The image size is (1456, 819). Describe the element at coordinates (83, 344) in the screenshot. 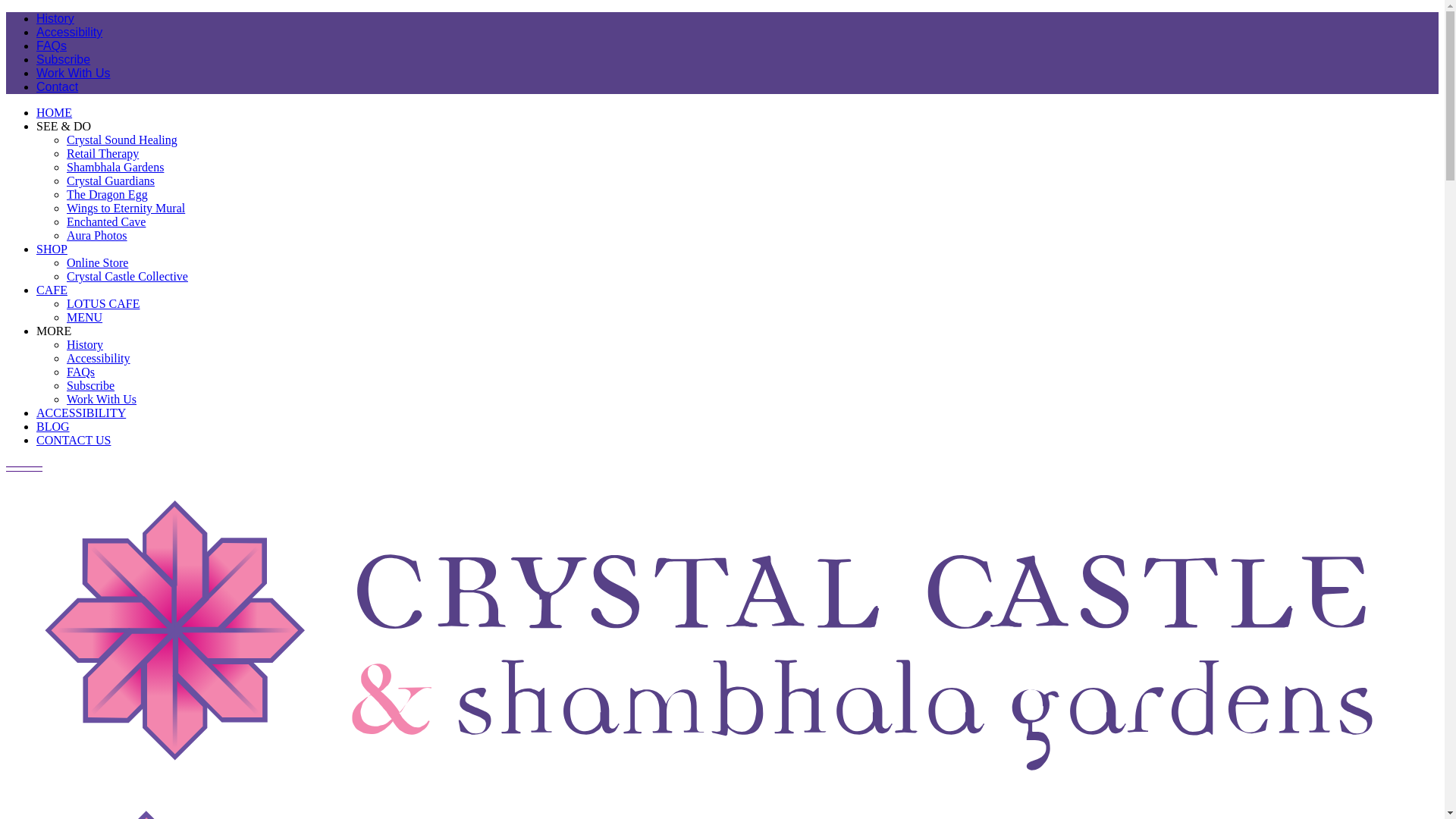

I see `'History'` at that location.